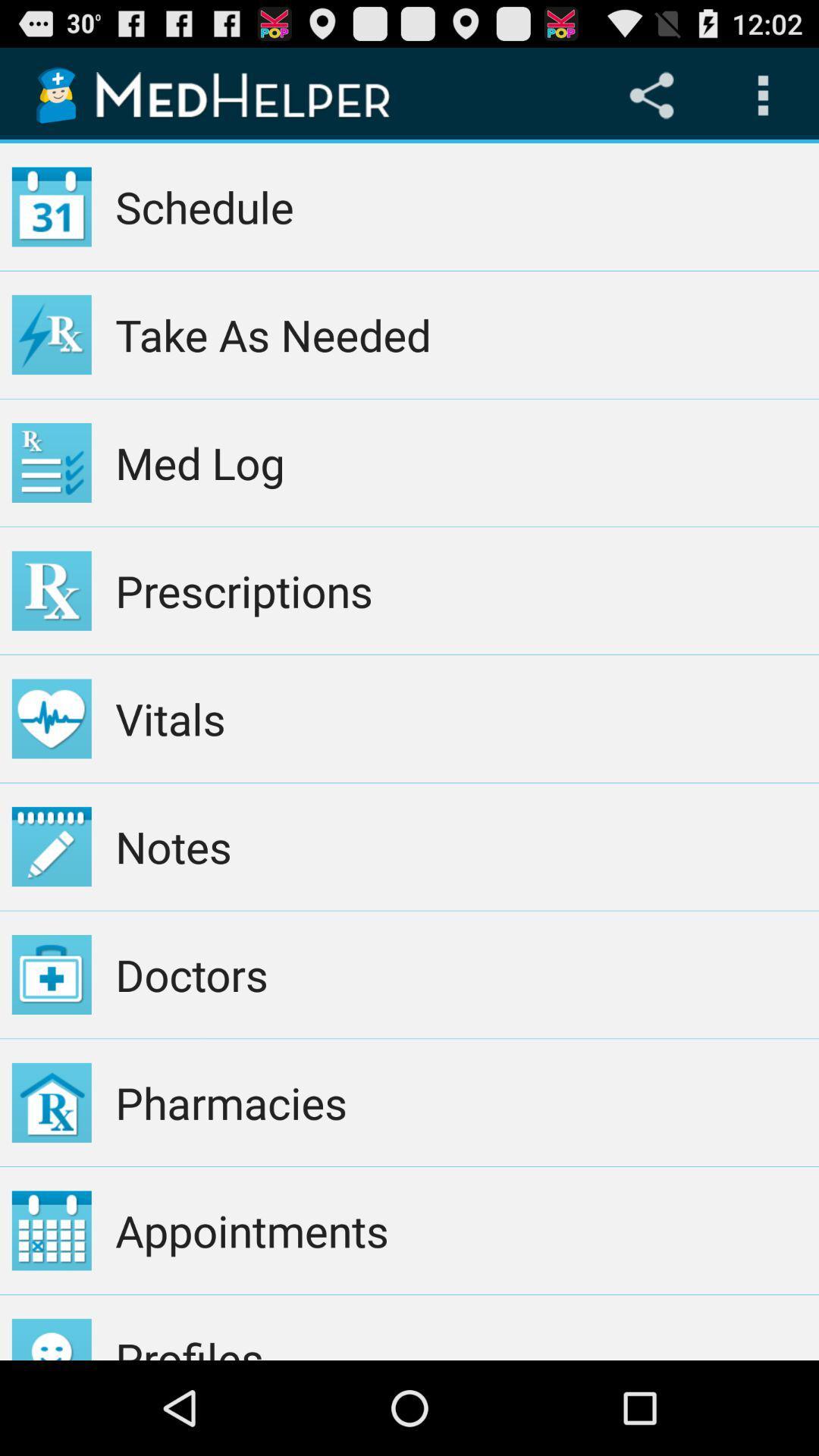 The height and width of the screenshot is (1456, 819). Describe the element at coordinates (460, 846) in the screenshot. I see `the item above the doctors app` at that location.